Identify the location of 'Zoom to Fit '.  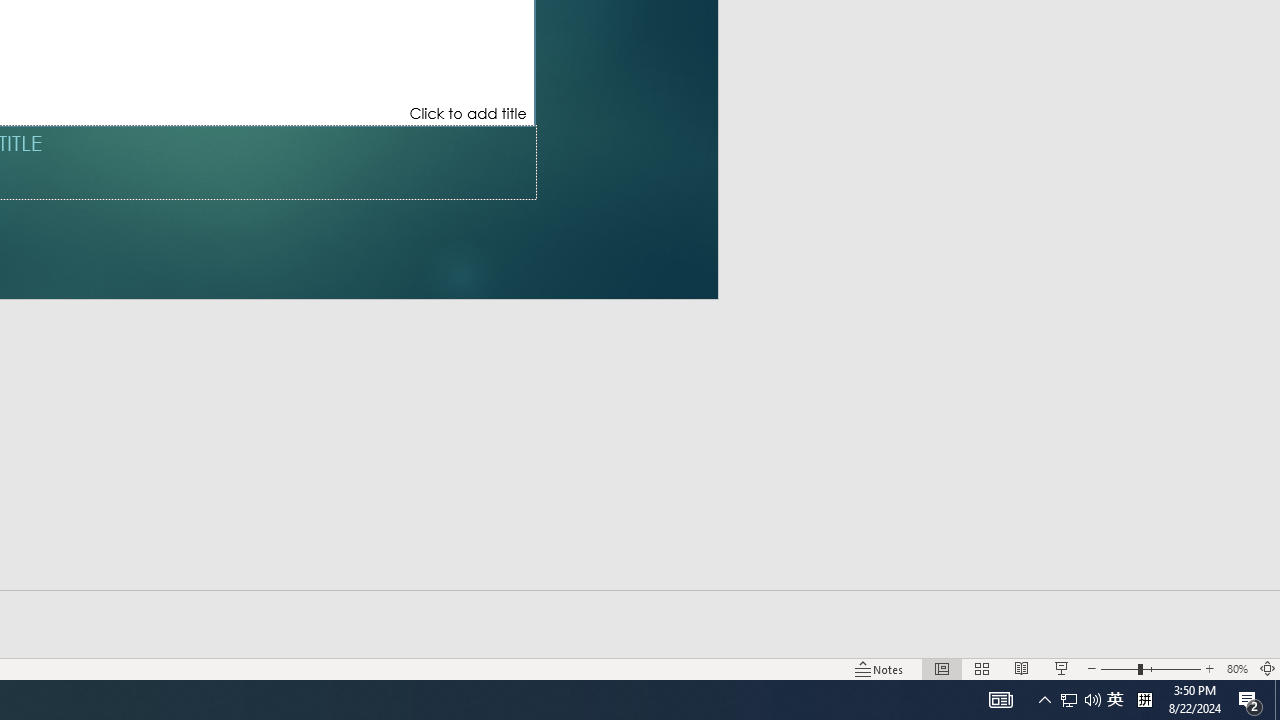
(1266, 669).